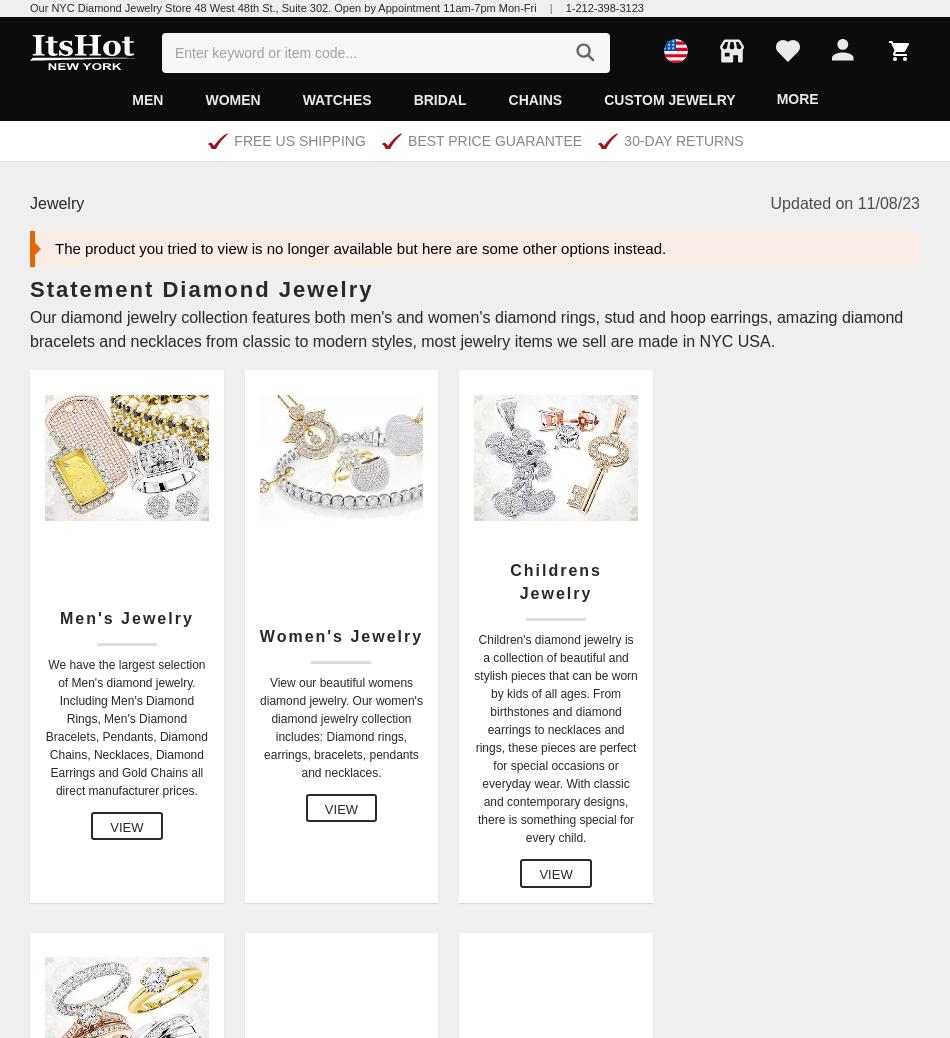  I want to click on 'Children's diamond jewelry is a collection of beautiful and stylish pieces that can be worn by kids of all ages. From birthstones and diamond earrings to necklaces and rings, these pieces are perfect for special occasions or everyday wear. With classic and contemporary designs, there is something special for every child.', so click(555, 737).